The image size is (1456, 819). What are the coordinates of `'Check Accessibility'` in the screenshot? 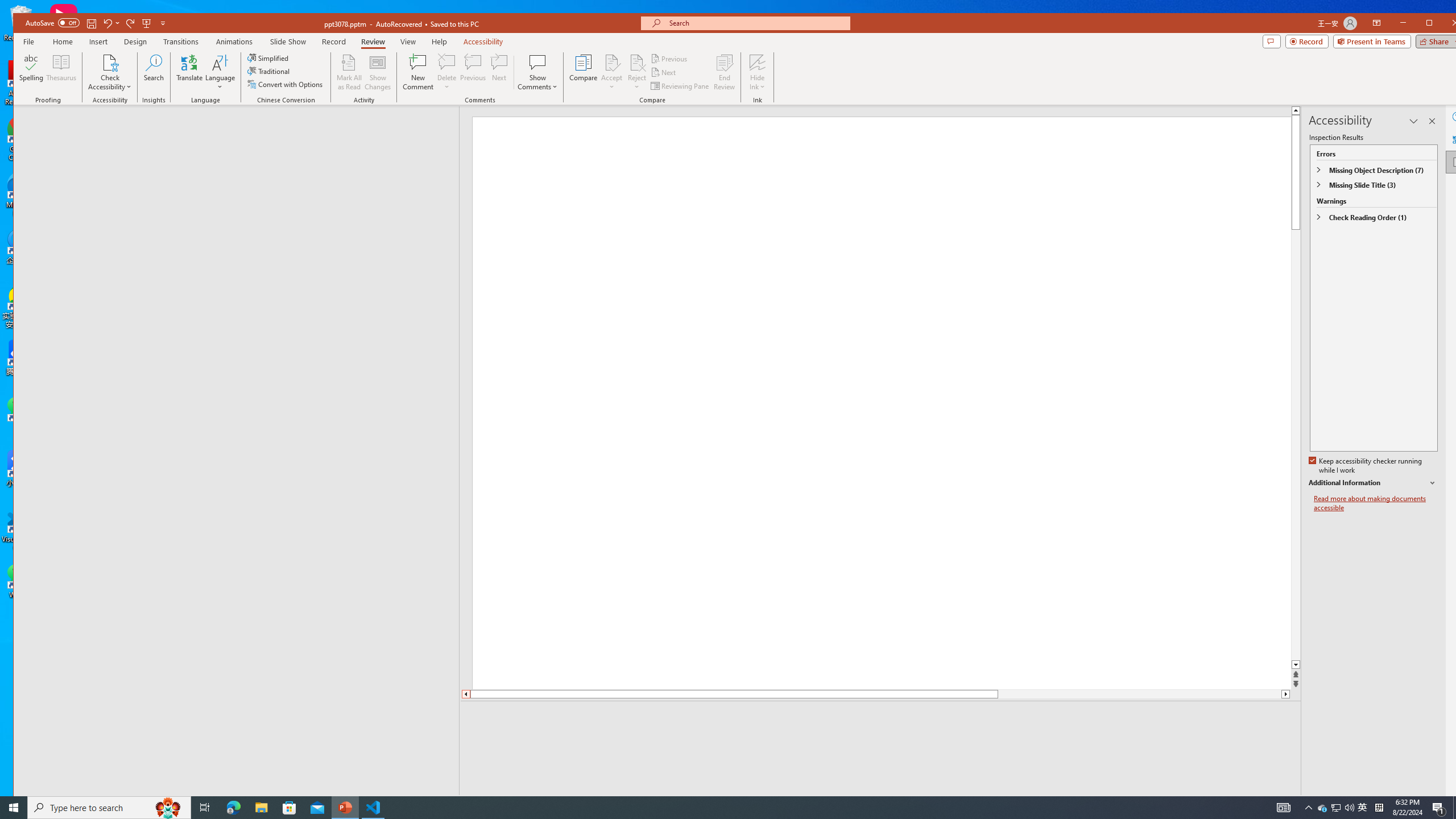 It's located at (109, 72).